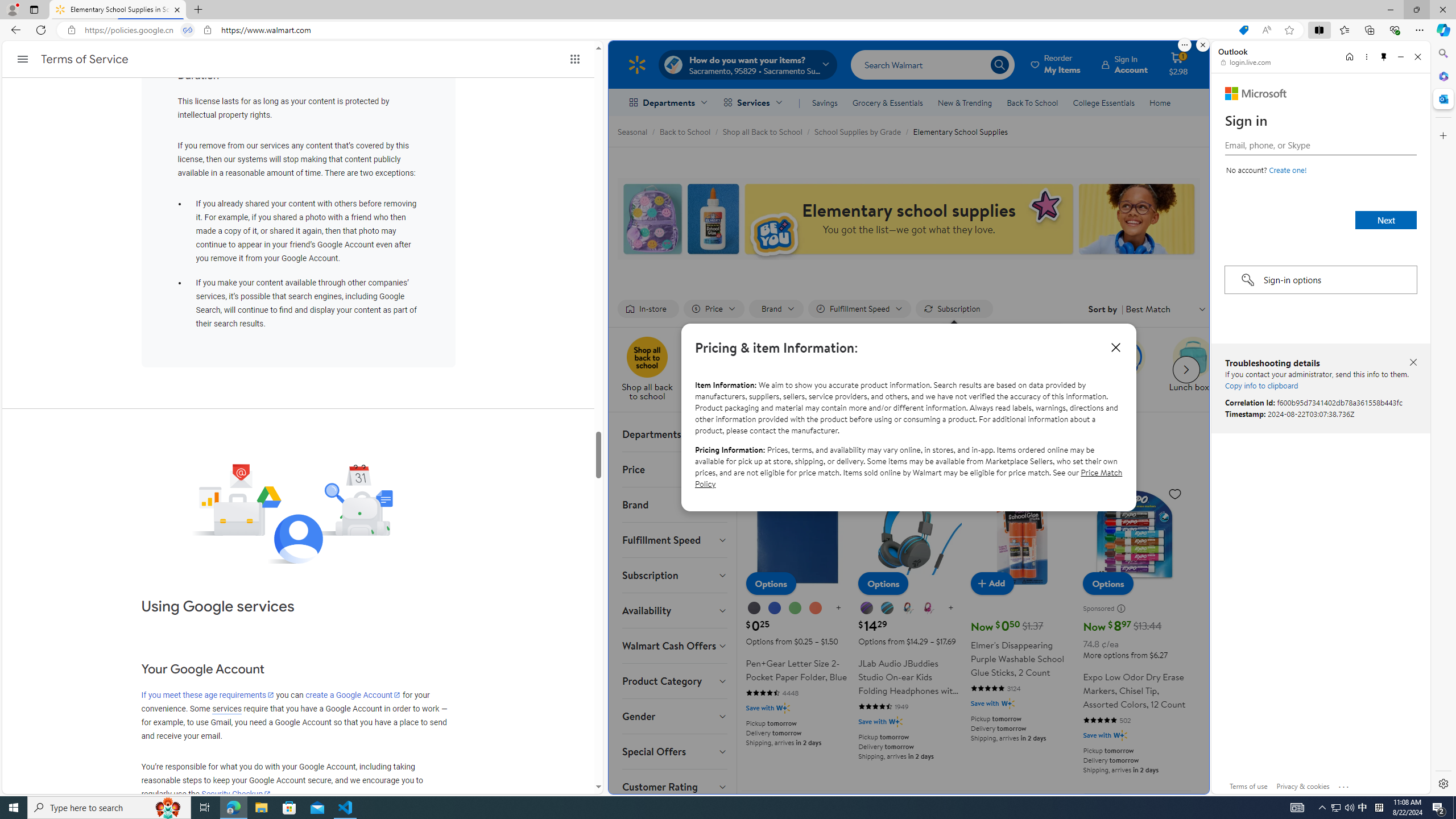  I want to click on 'Terms of use', so click(1249, 785).